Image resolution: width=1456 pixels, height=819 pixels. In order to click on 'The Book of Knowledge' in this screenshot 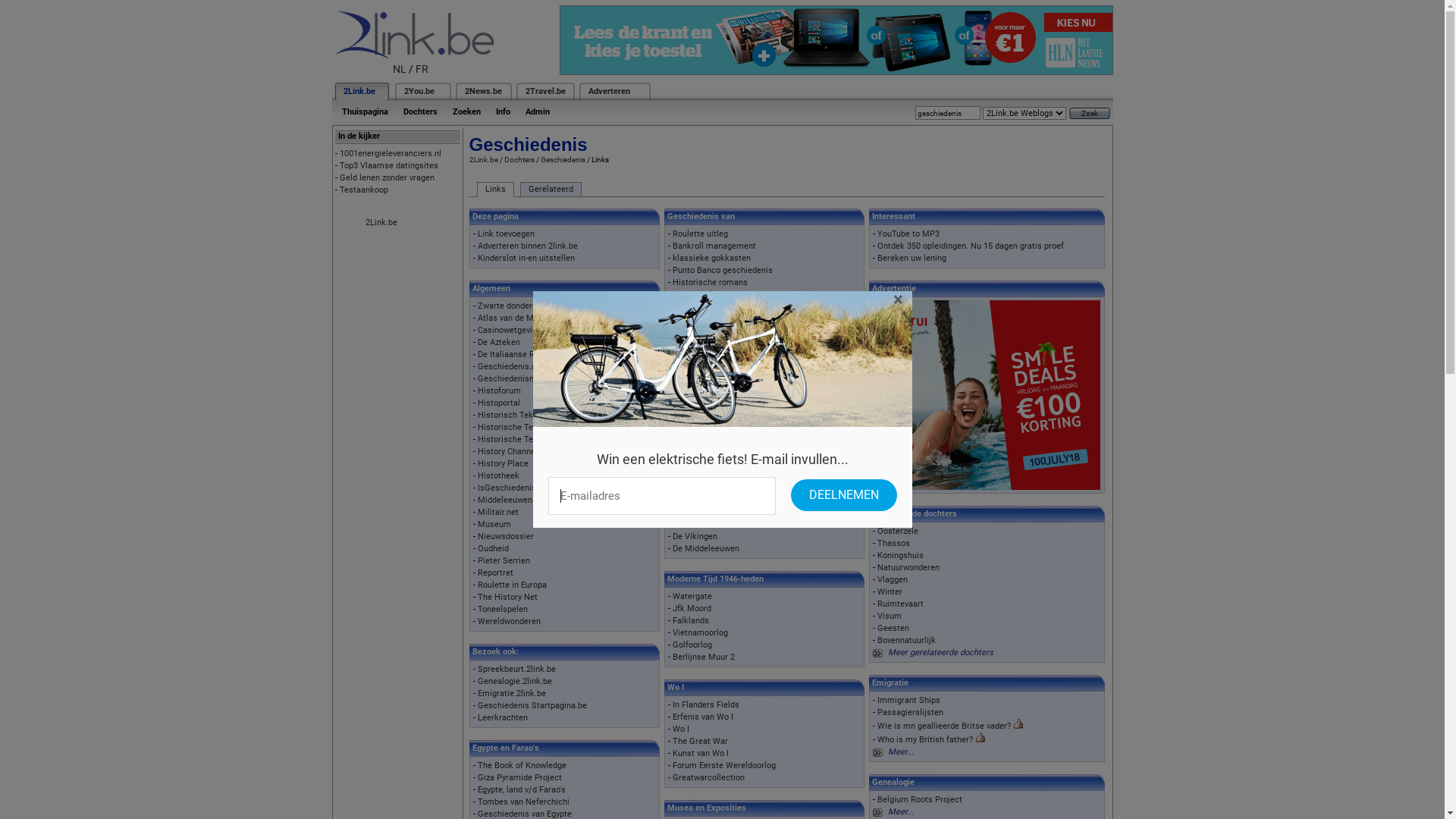, I will do `click(522, 765)`.